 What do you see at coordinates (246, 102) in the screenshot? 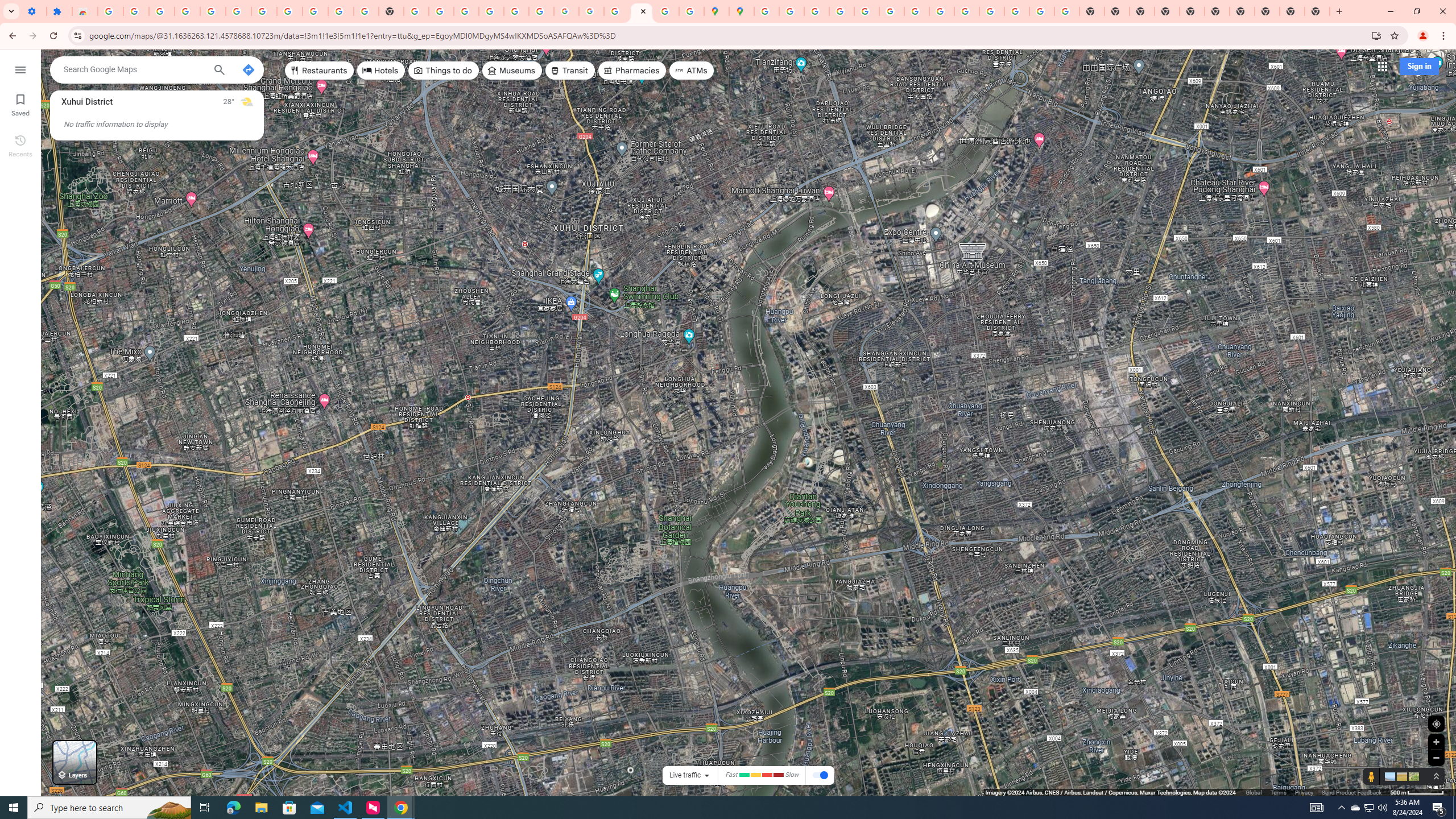
I see `'Partly cloudy'` at bounding box center [246, 102].